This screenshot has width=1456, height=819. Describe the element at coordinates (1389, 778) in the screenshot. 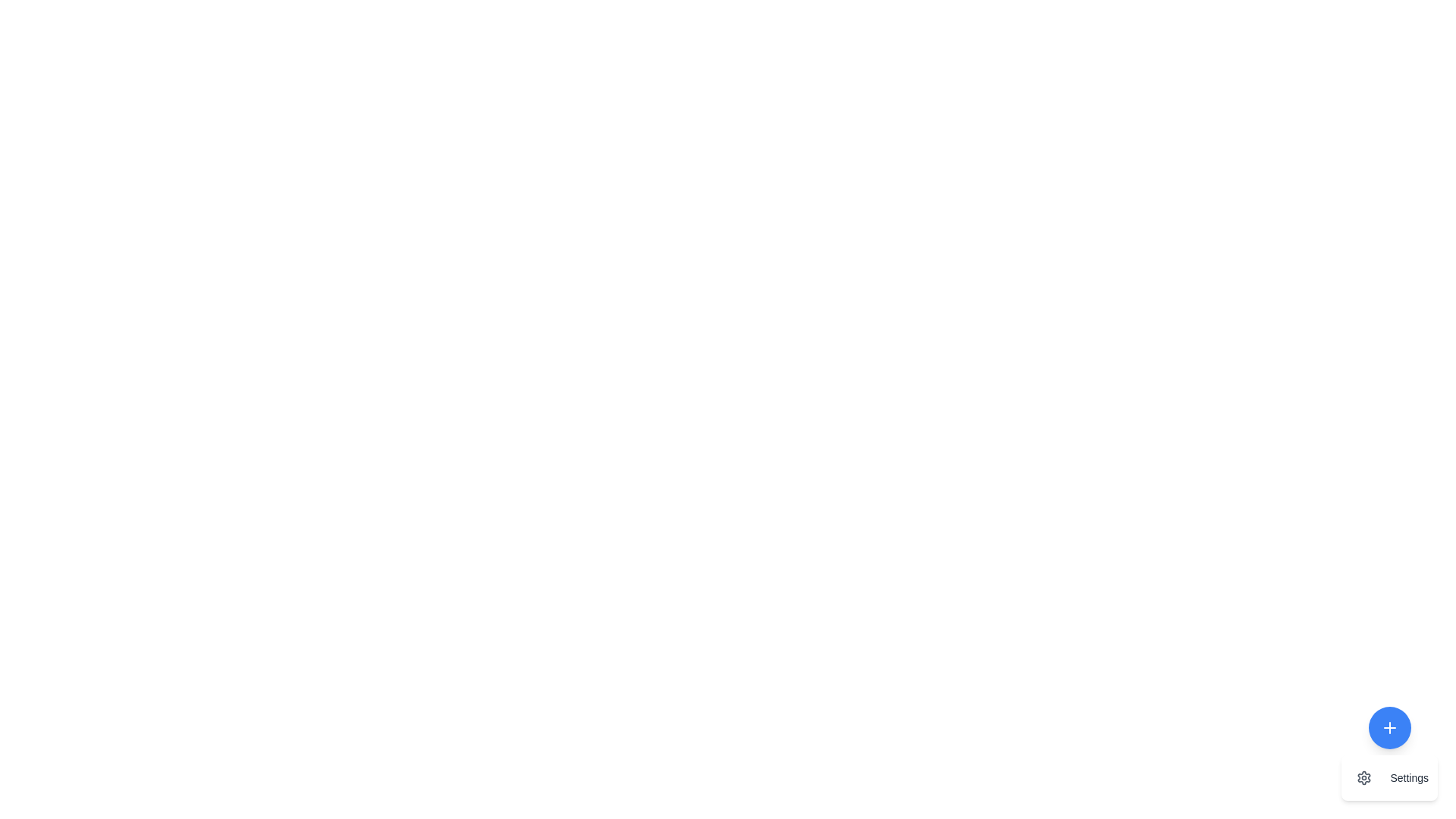

I see `the interactive label with a gear icon and 'Settings' text` at that location.